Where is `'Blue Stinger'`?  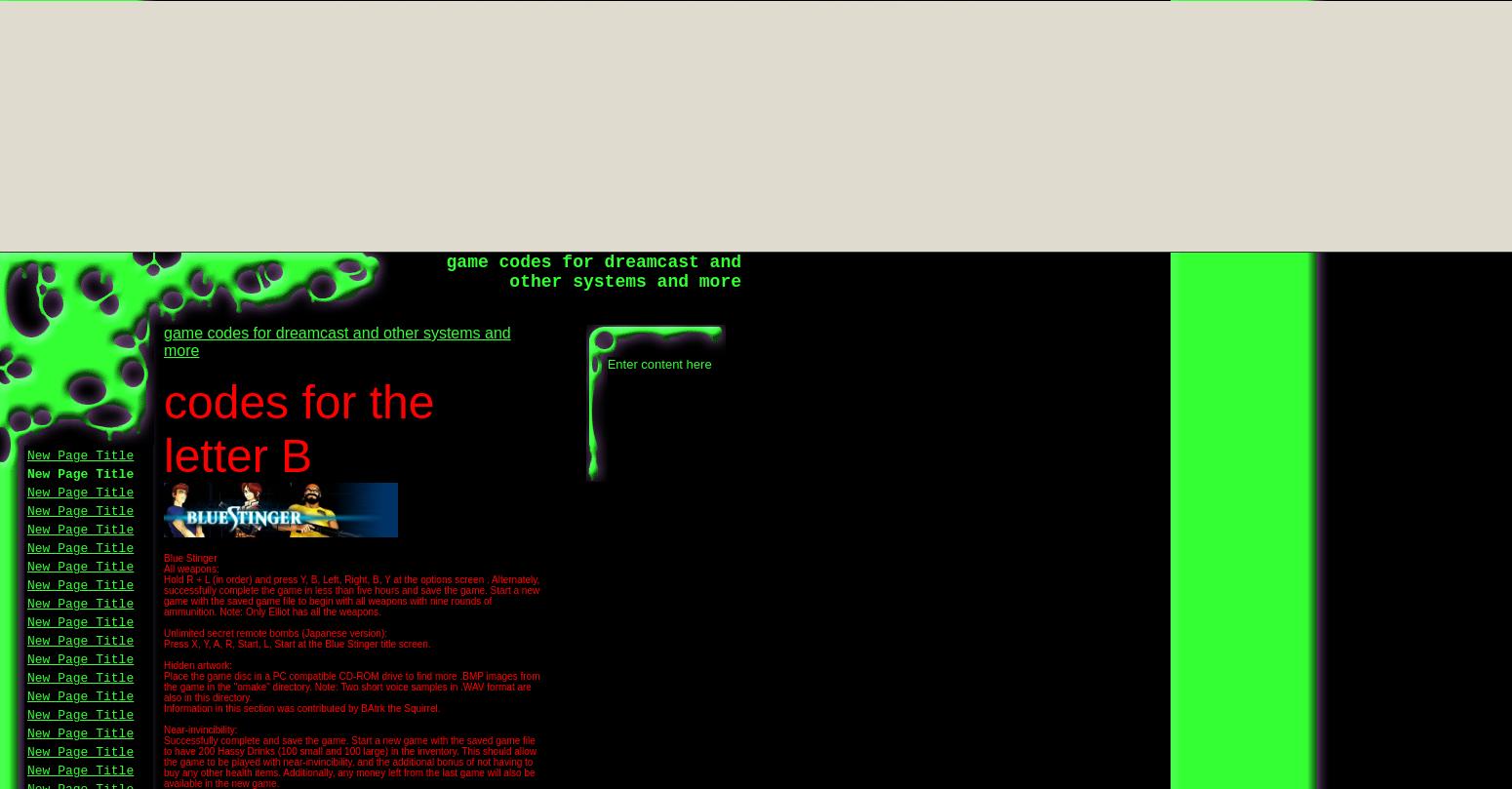
'Blue Stinger' is located at coordinates (188, 558).